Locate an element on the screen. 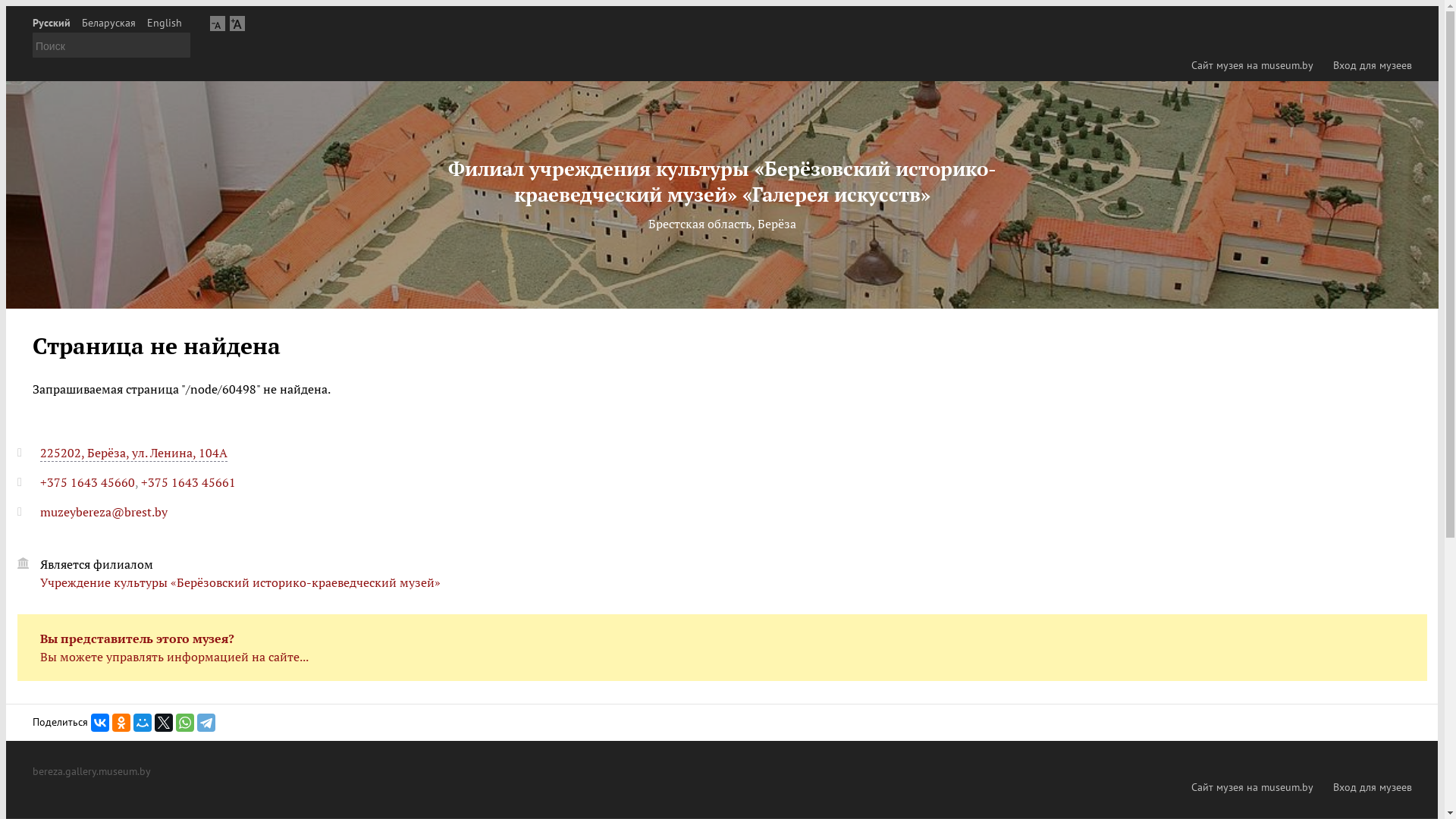  'WhatsApp' is located at coordinates (184, 721).